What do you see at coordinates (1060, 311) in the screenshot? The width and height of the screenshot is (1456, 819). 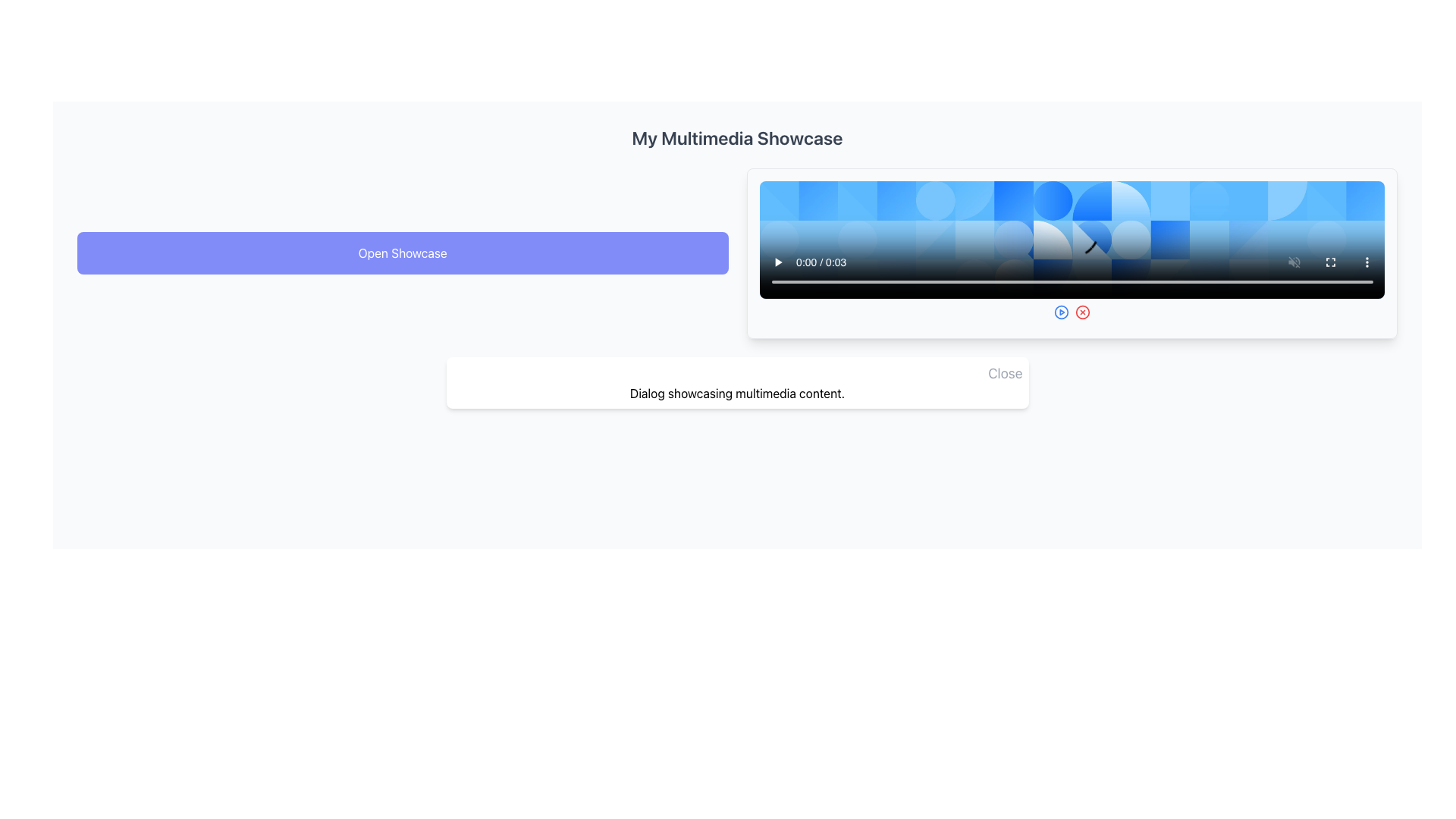 I see `the decorative circular shape that forms part of the larger play button icon located in the top-right area of the layout` at bounding box center [1060, 311].